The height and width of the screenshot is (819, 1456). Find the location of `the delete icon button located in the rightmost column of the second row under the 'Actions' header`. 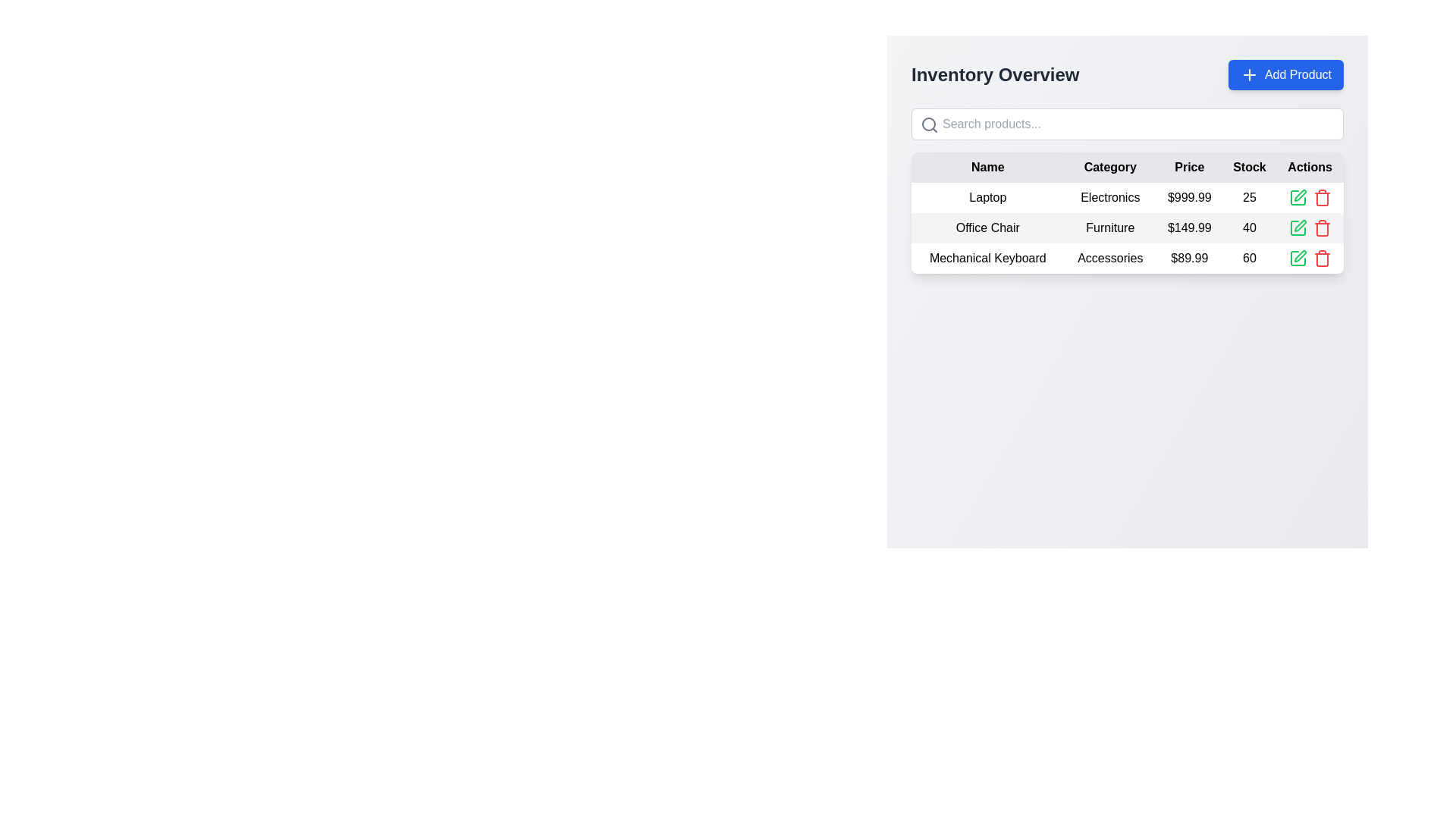

the delete icon button located in the rightmost column of the second row under the 'Actions' header is located at coordinates (1321, 227).